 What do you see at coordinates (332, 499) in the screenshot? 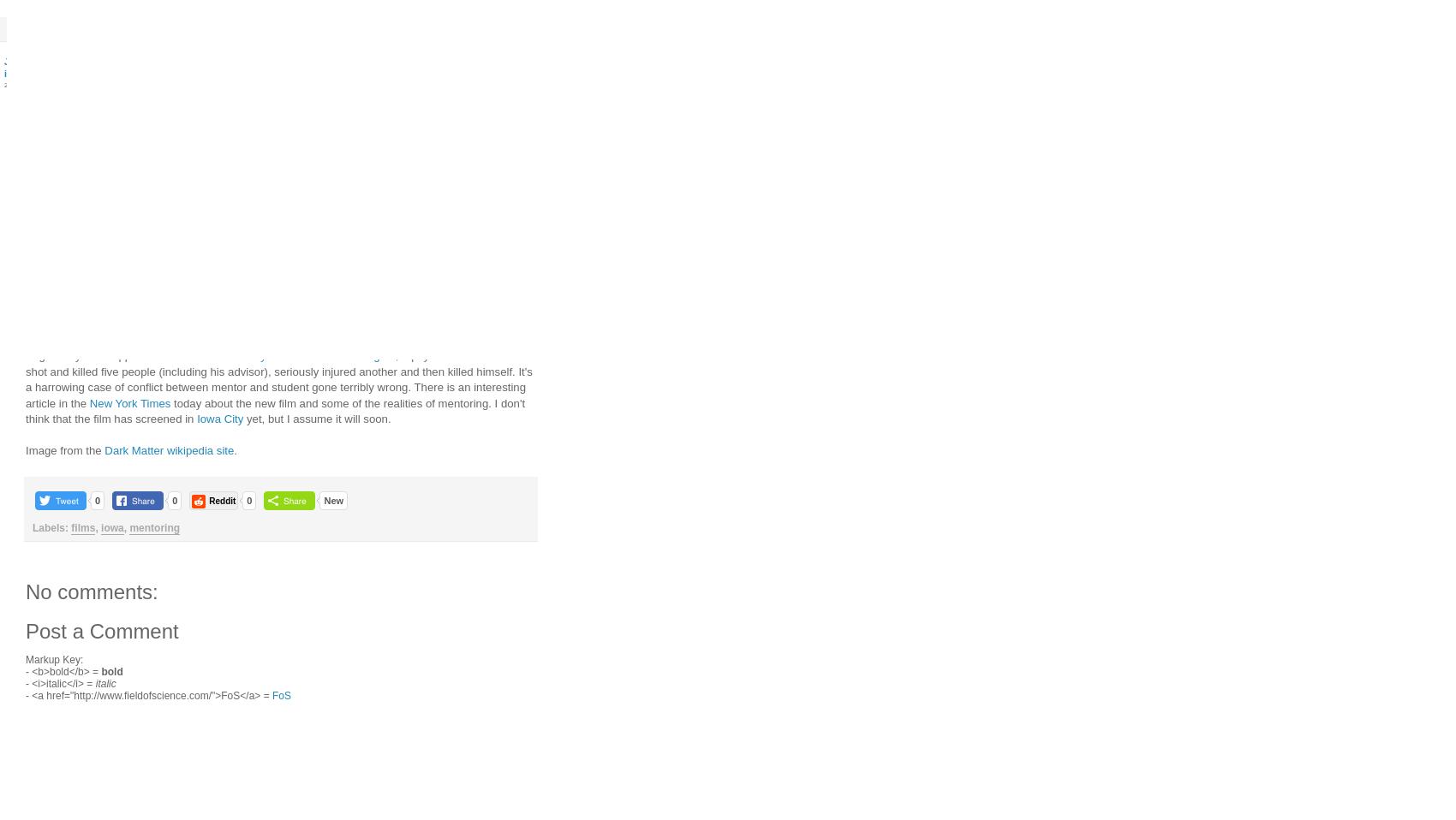
I see `'New'` at bounding box center [332, 499].